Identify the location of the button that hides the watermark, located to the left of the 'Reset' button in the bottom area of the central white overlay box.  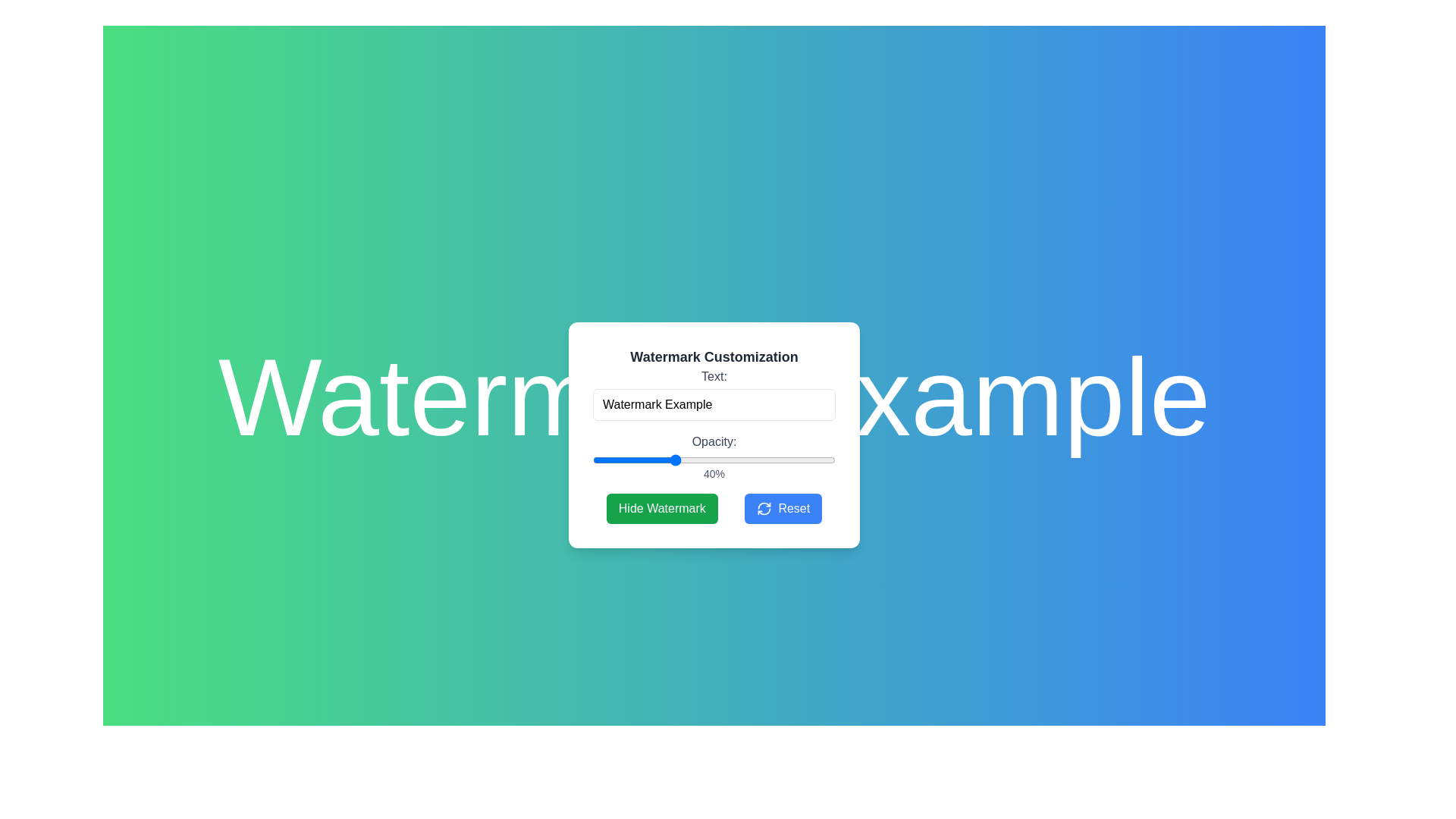
(713, 509).